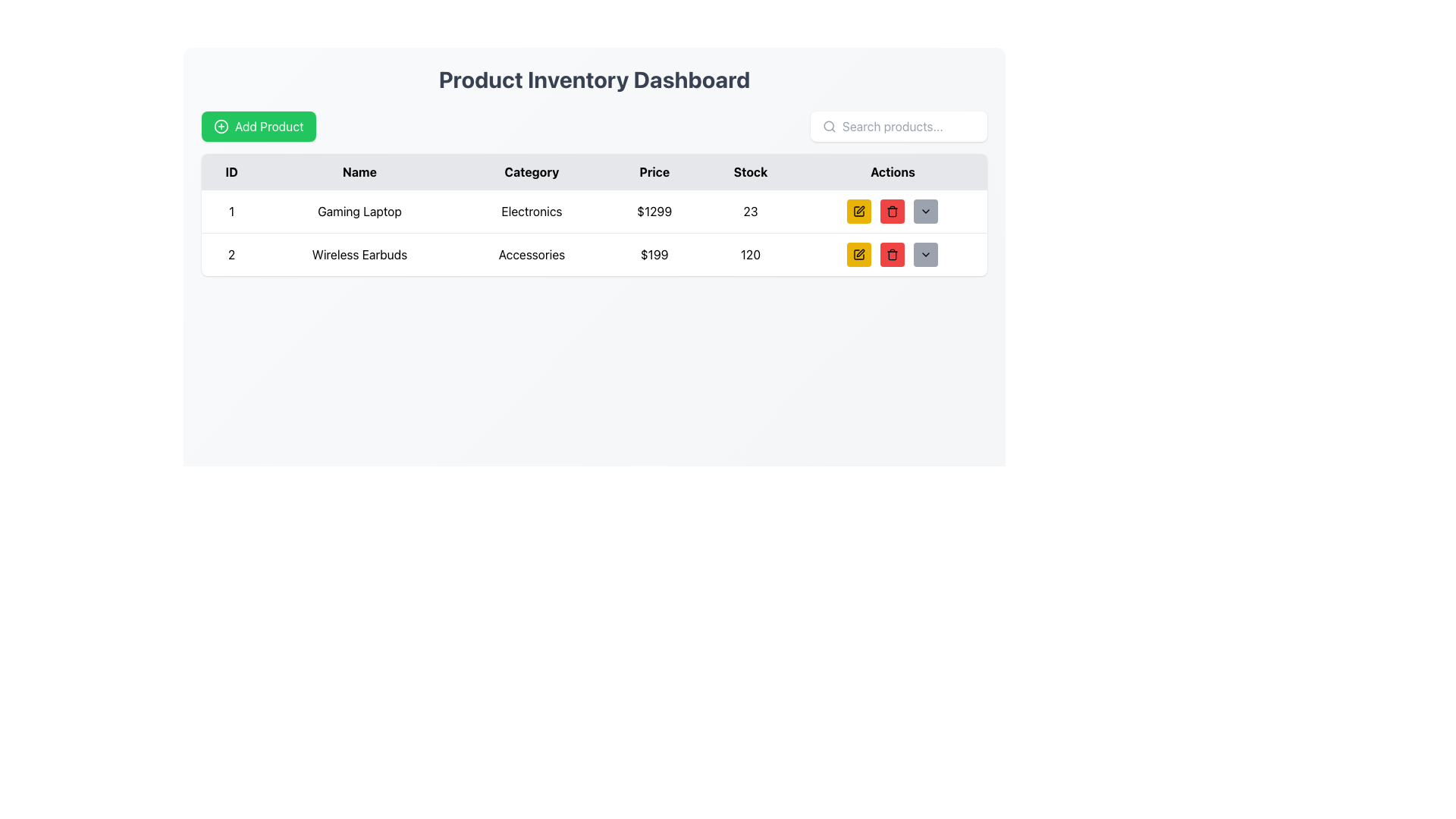 This screenshot has width=1456, height=819. I want to click on the Dropdown toggle button, which is a gray circular button located in the 'Actions' column of the second row in the product inventory table, featuring a downward-facing chevron icon, so click(925, 211).